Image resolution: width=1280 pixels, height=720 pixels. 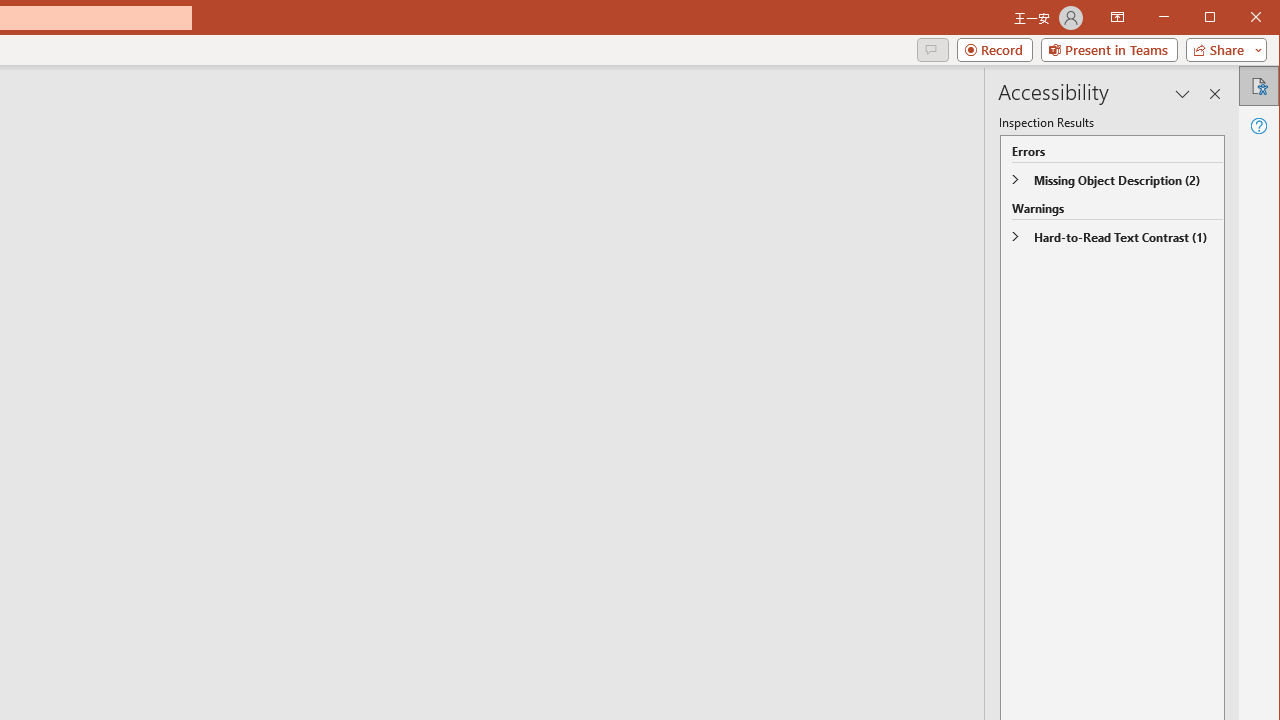 I want to click on 'Present in Teams', so click(x=1108, y=49).